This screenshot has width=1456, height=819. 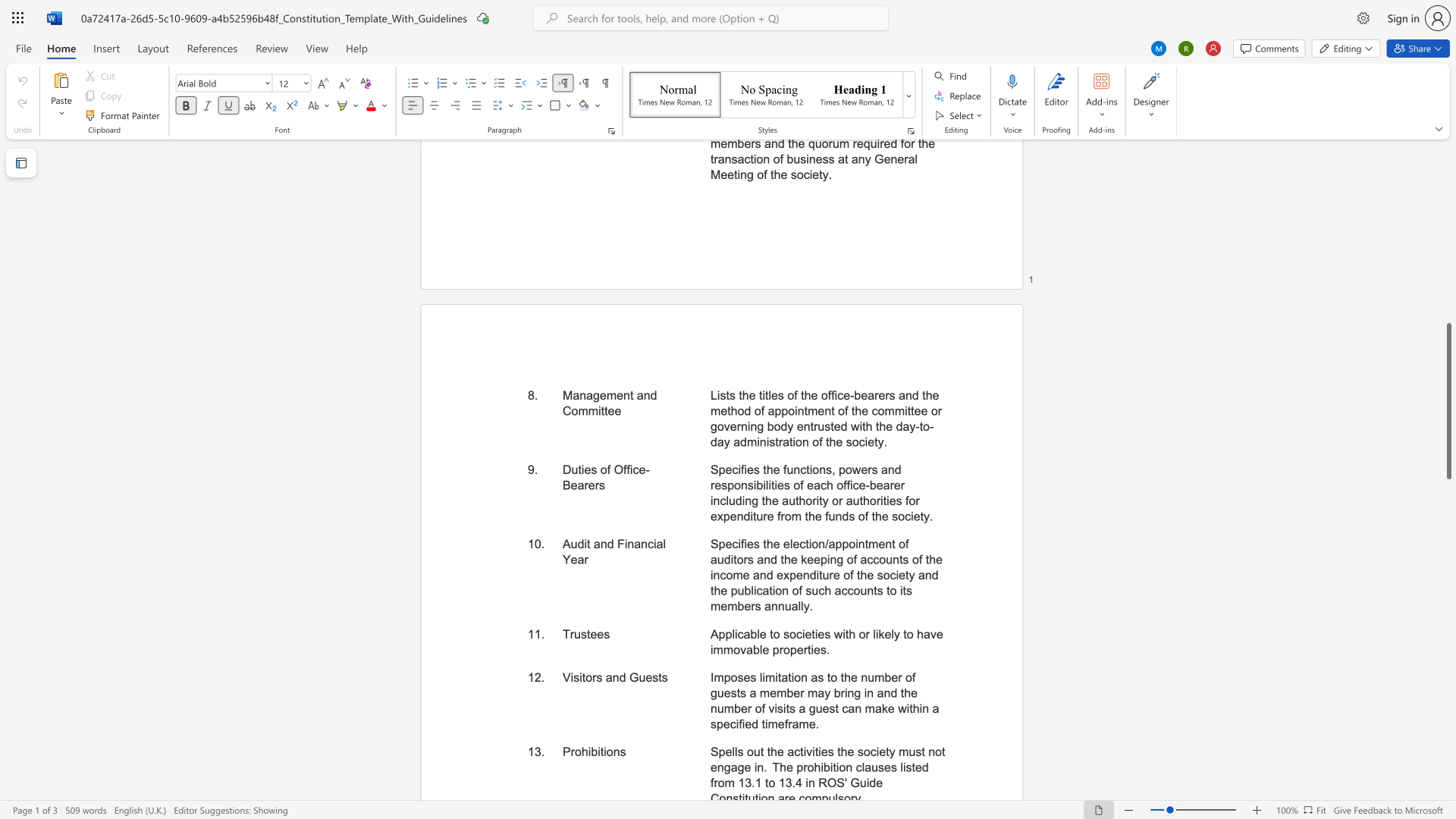 I want to click on the subset text "ies of Office-Be" within the text "Duties of Office-Bearers", so click(x=580, y=469).